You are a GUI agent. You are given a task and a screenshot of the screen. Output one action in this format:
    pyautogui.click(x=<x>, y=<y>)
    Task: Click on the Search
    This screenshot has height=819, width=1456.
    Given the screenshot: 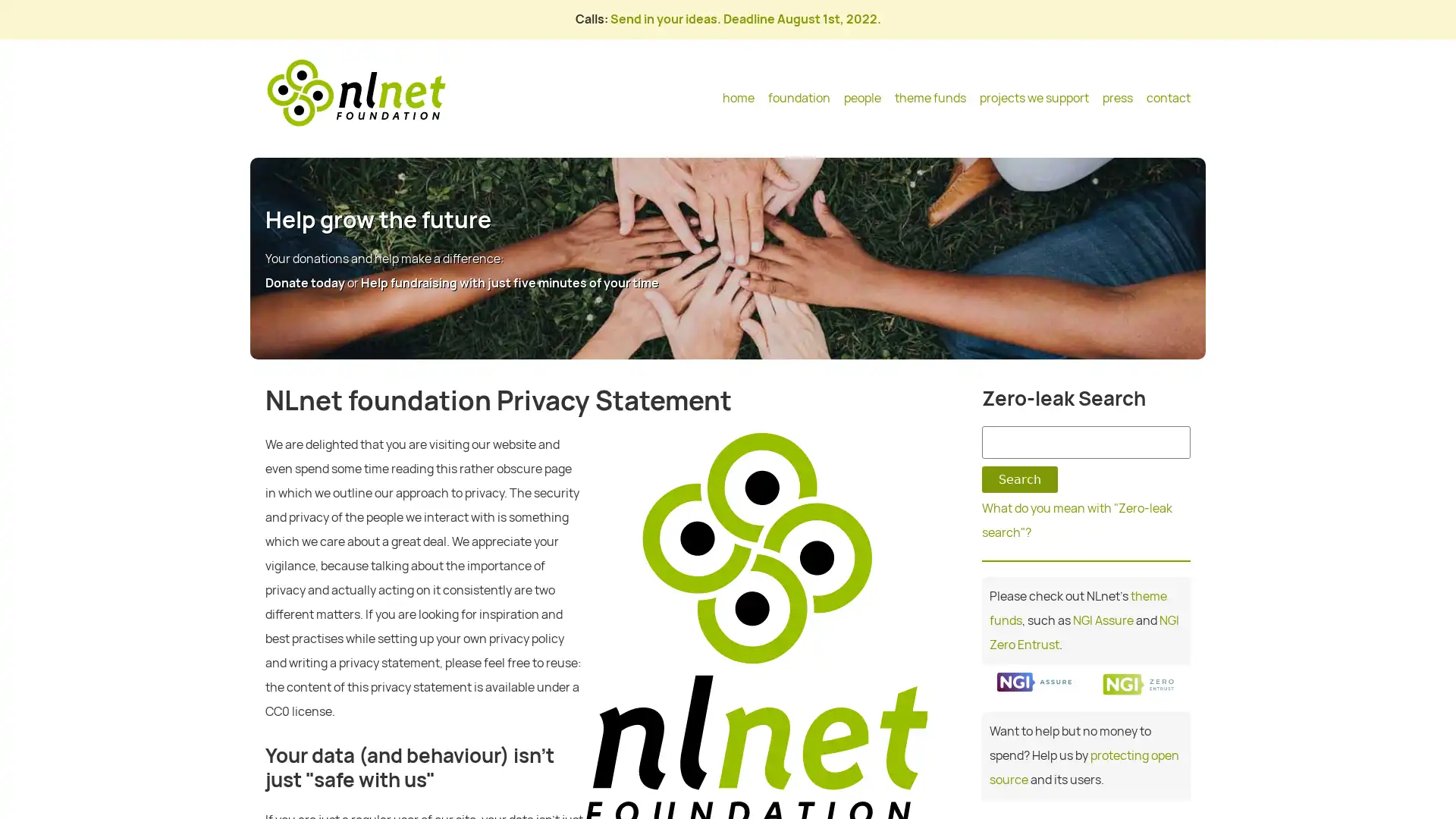 What is the action you would take?
    pyautogui.click(x=1019, y=479)
    